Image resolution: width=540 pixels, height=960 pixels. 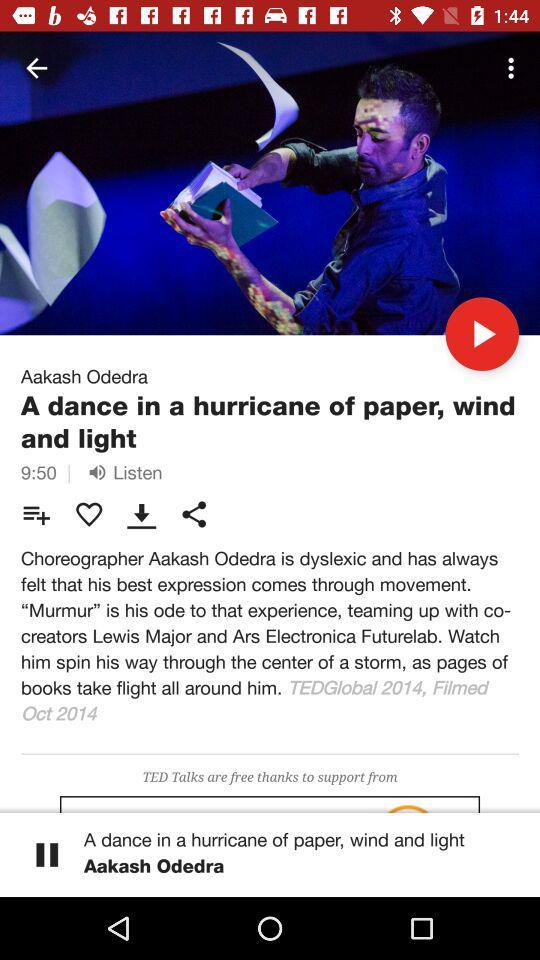 I want to click on more option from right top, so click(x=514, y=68).